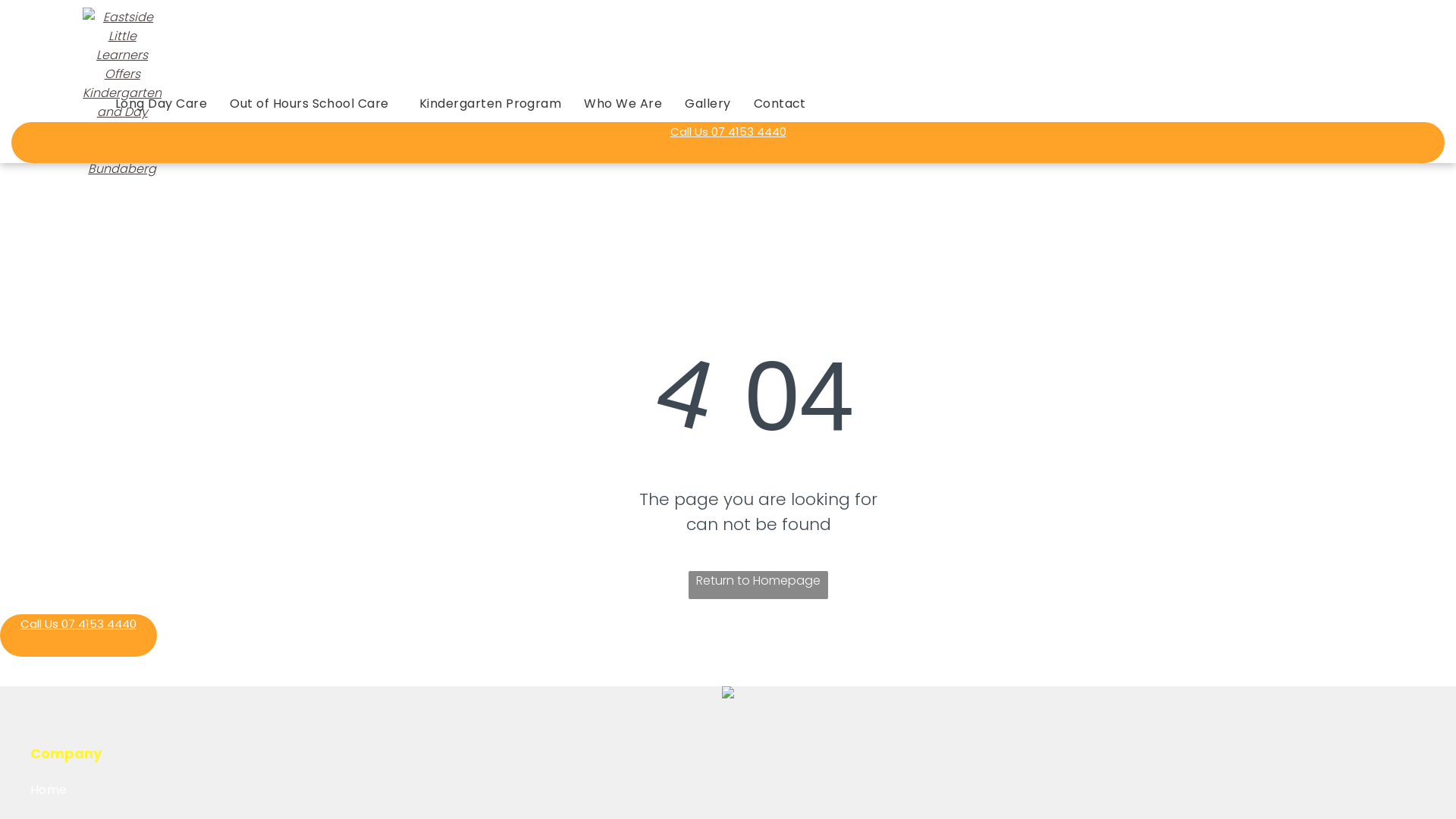 The width and height of the screenshot is (1456, 819). Describe the element at coordinates (161, 102) in the screenshot. I see `'Long Day Care'` at that location.